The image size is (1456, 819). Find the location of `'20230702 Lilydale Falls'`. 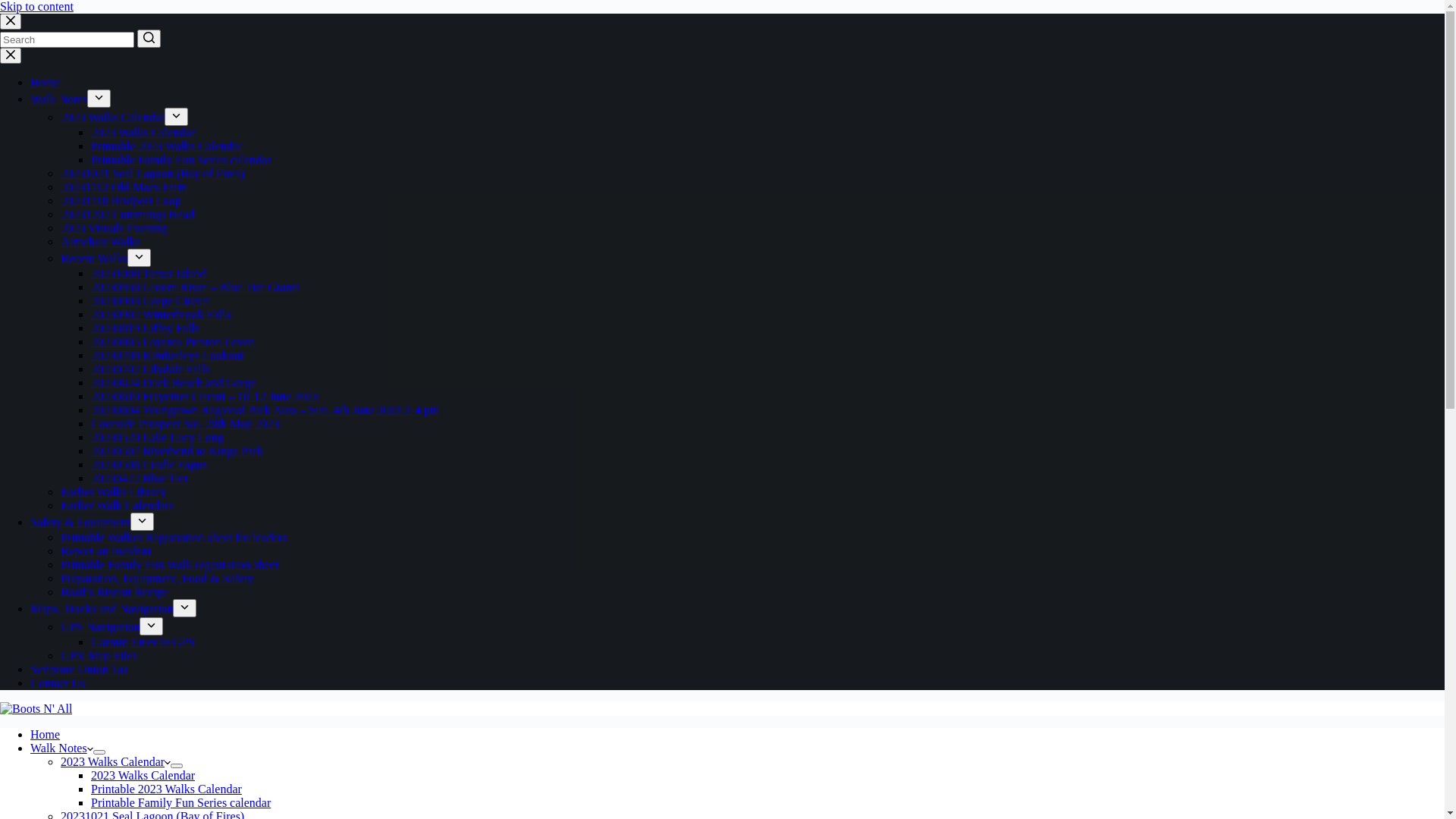

'20230702 Lilydale Falls' is located at coordinates (149, 369).